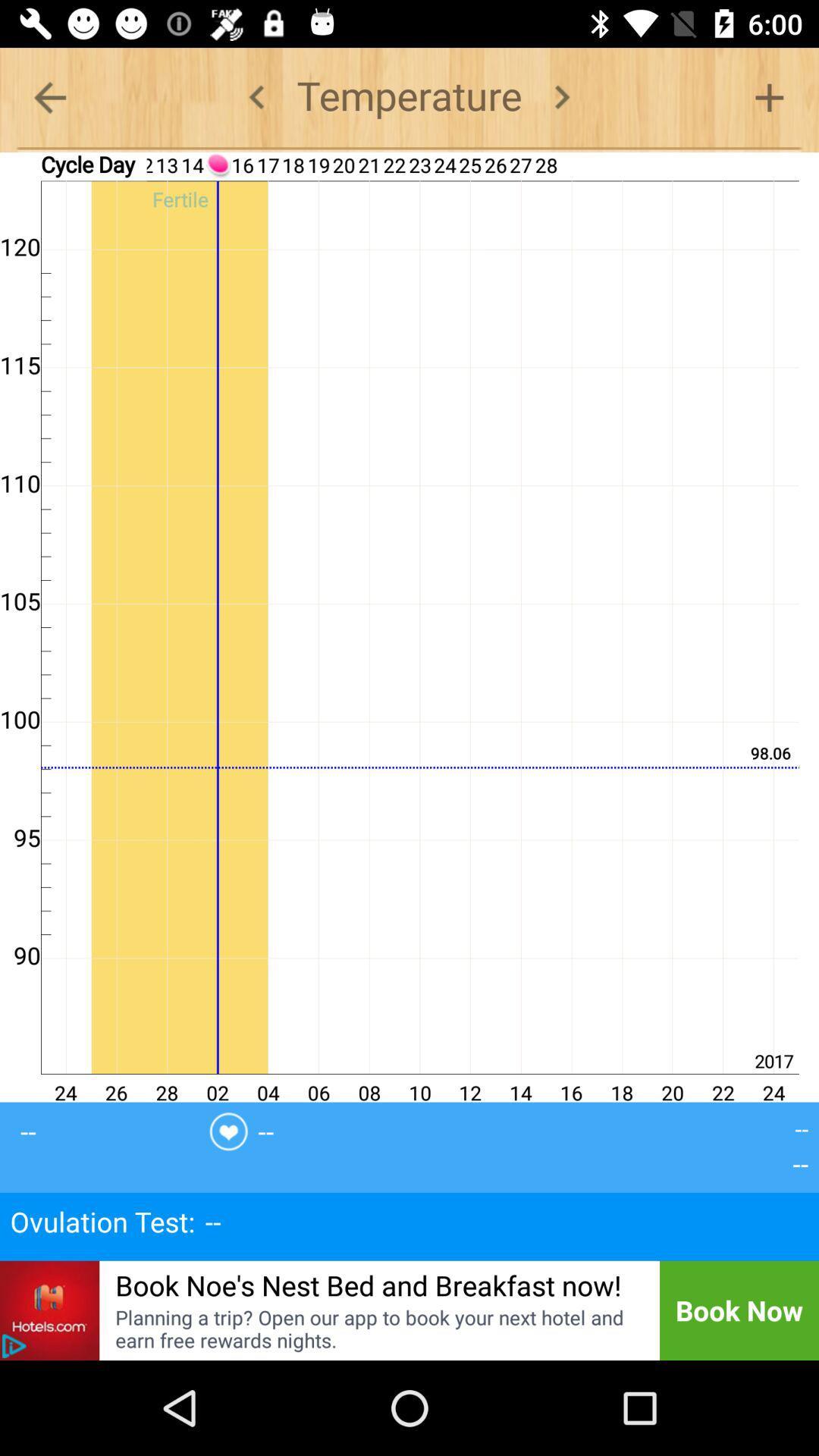  I want to click on the item to the left of the book noe s, so click(49, 1310).